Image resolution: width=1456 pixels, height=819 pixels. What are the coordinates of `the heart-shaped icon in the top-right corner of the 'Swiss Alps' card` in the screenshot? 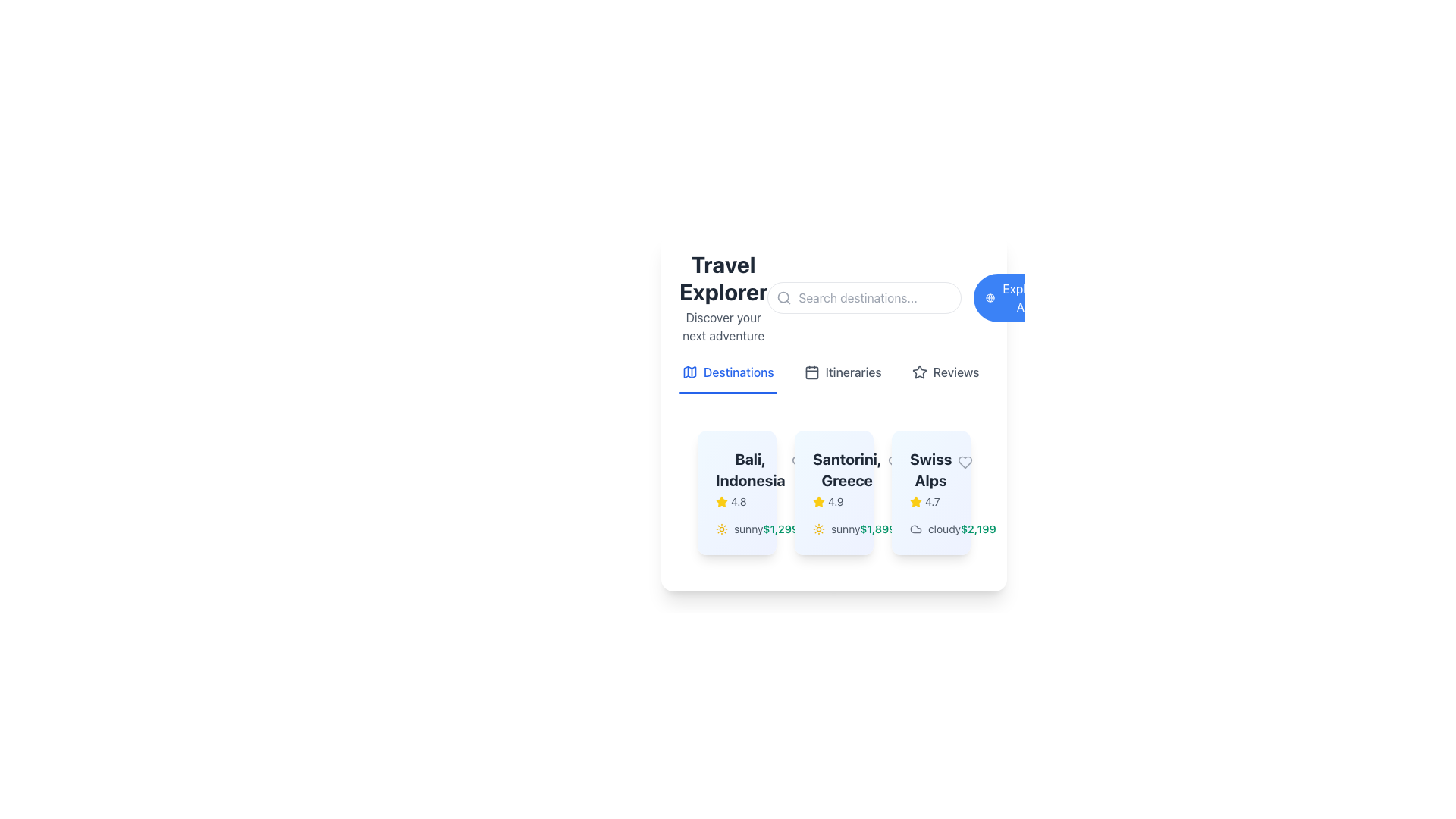 It's located at (895, 461).